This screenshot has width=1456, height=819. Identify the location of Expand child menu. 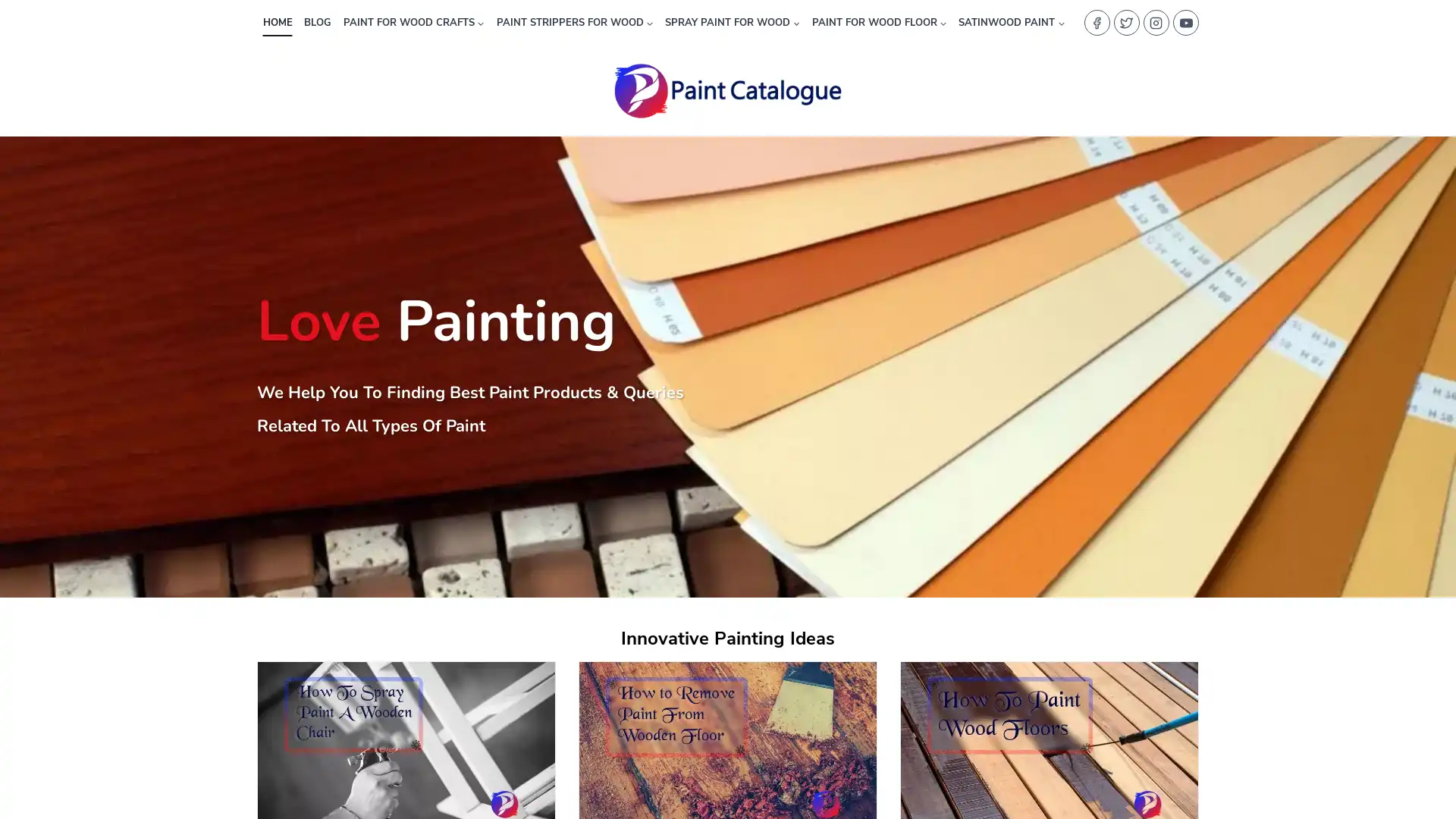
(878, 22).